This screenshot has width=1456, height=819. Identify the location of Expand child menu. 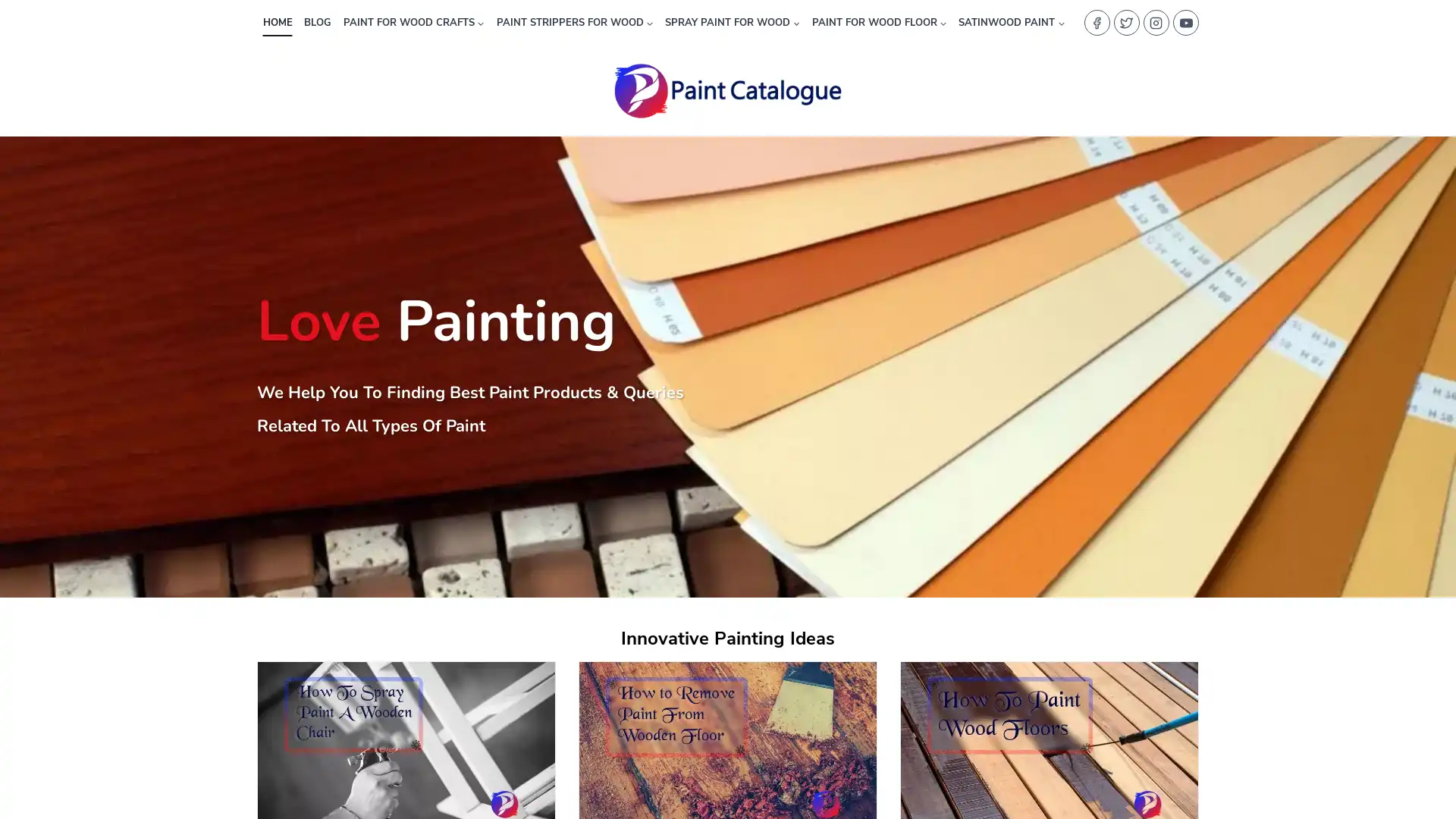
(878, 22).